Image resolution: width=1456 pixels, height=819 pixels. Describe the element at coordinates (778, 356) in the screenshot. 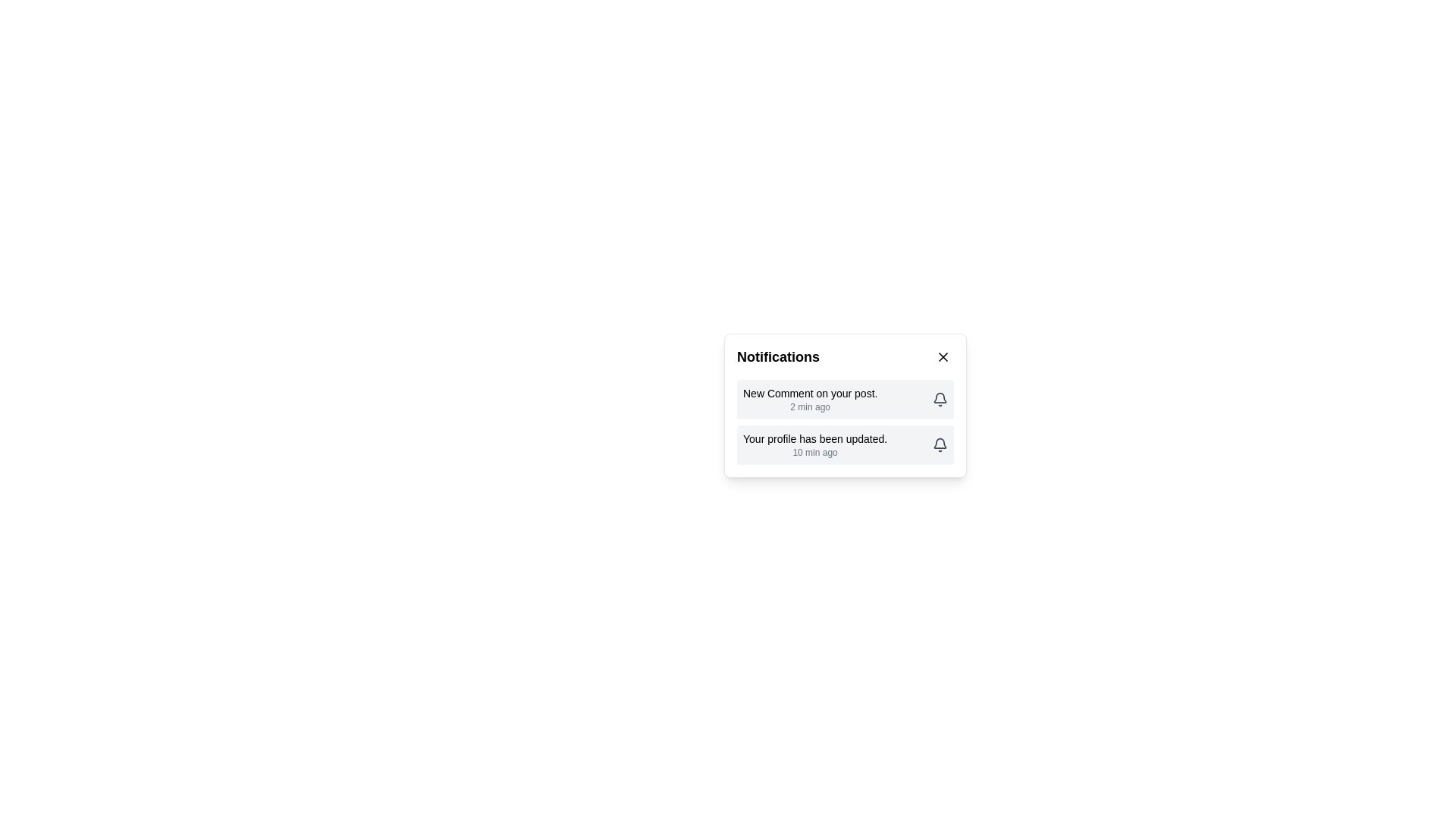

I see `the bold text label displaying 'Notifications' located at the top-left corner of the notification popup` at that location.